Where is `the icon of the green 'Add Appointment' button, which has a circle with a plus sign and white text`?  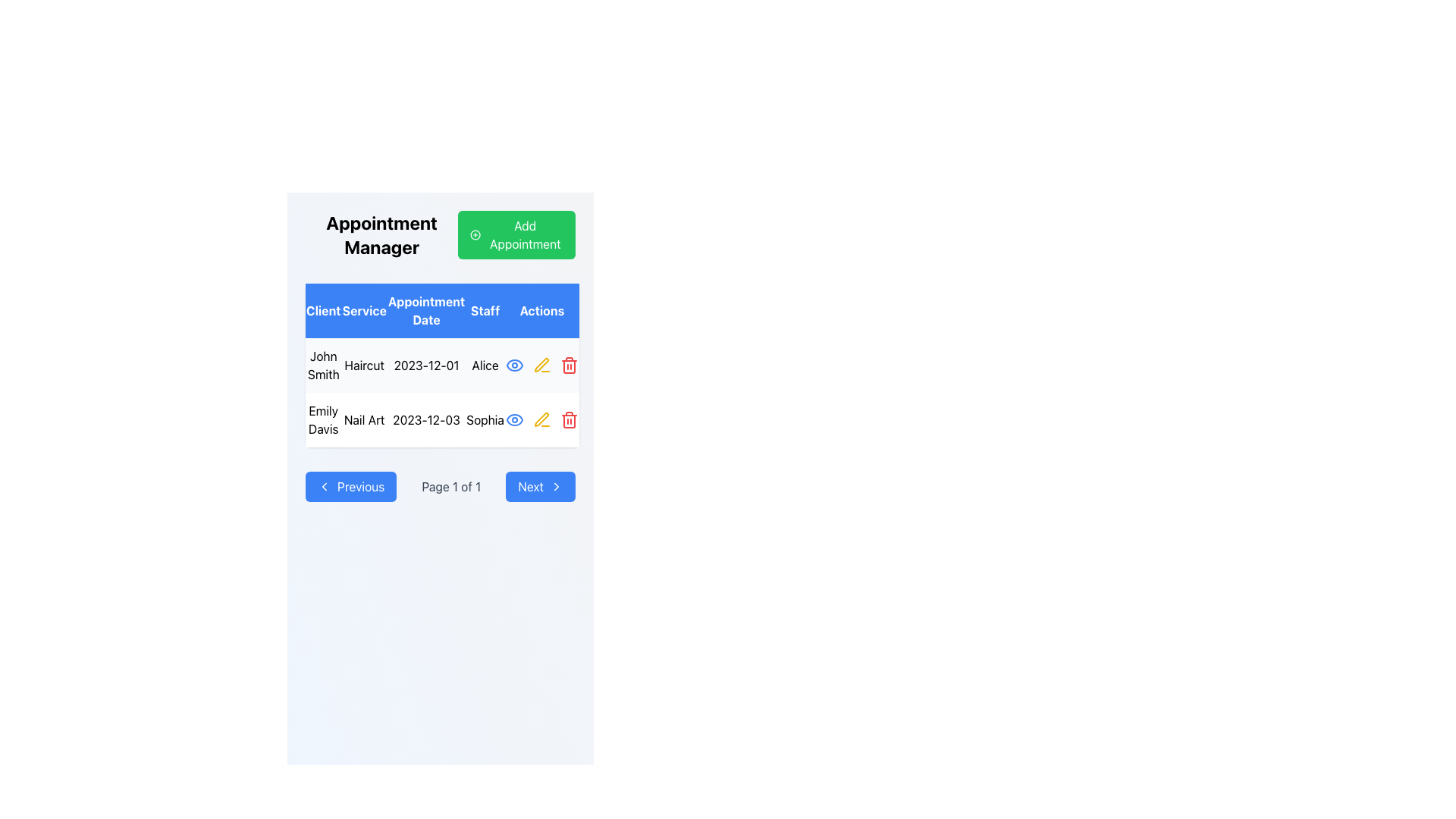
the icon of the green 'Add Appointment' button, which has a circle with a plus sign and white text is located at coordinates (475, 234).